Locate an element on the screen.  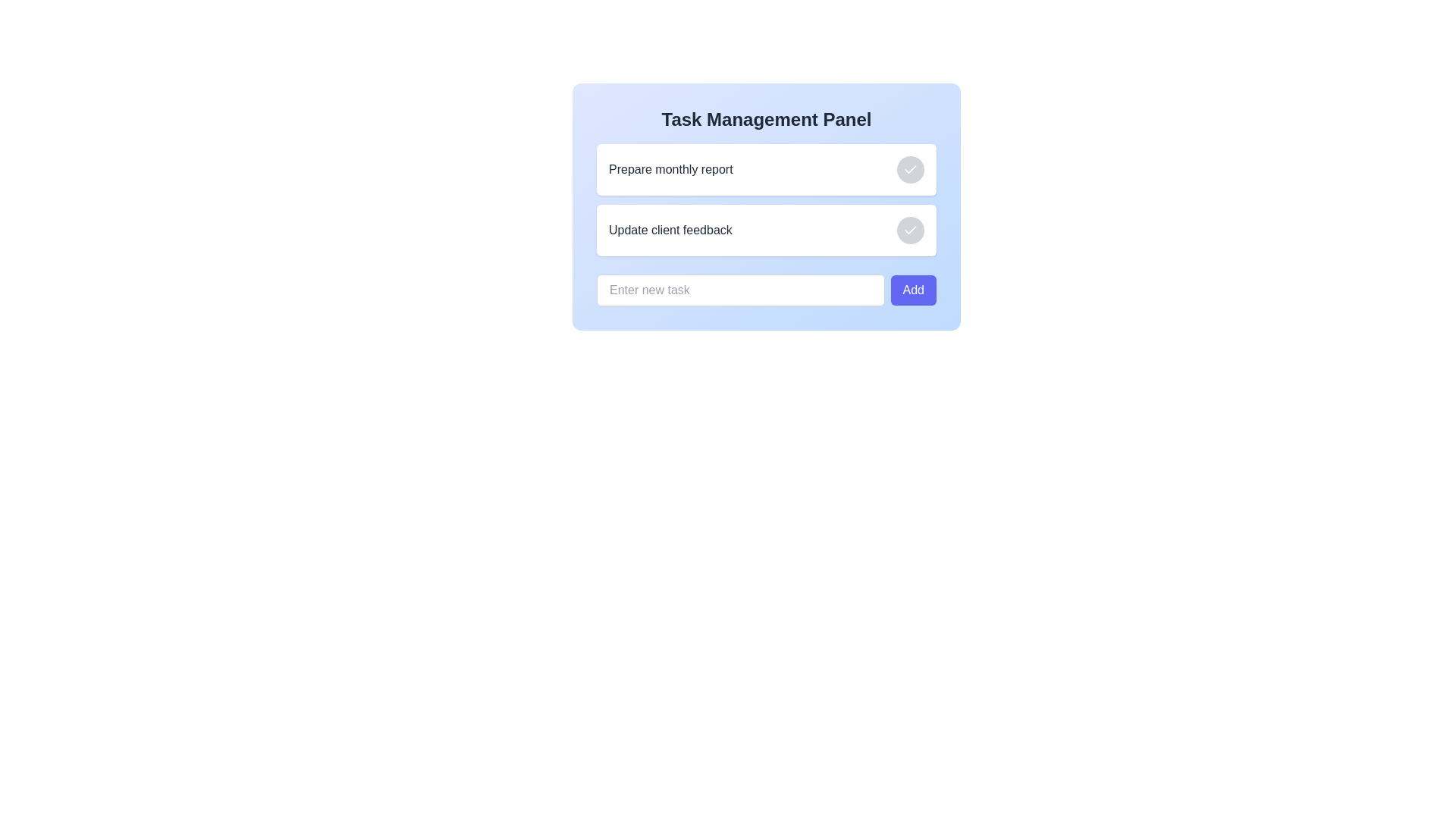
a task item is located at coordinates (767, 199).